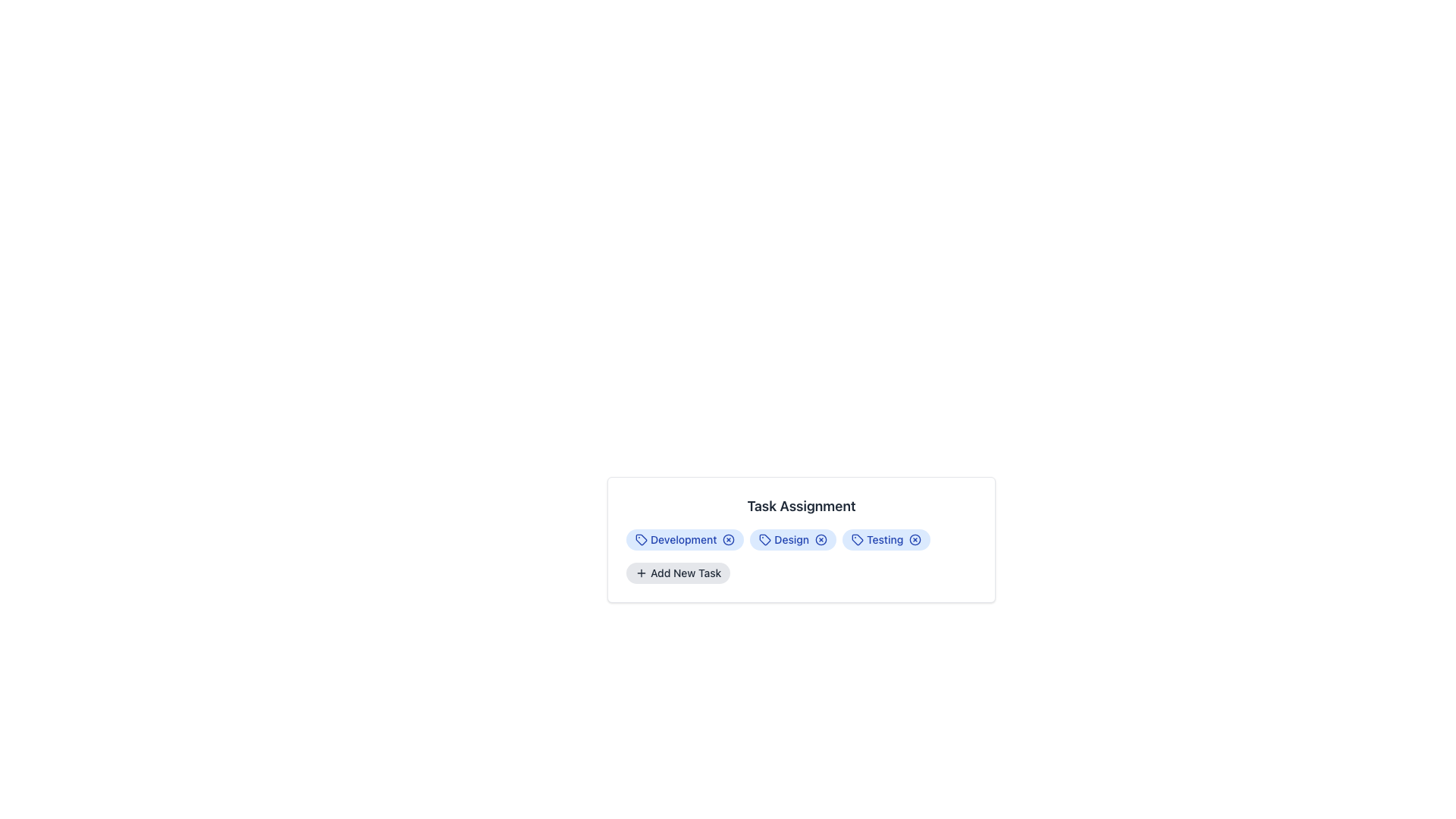  Describe the element at coordinates (729, 539) in the screenshot. I see `the close or remove icon button located immediately to the right of the 'Development' label in the 'Task Assignment' section` at that location.